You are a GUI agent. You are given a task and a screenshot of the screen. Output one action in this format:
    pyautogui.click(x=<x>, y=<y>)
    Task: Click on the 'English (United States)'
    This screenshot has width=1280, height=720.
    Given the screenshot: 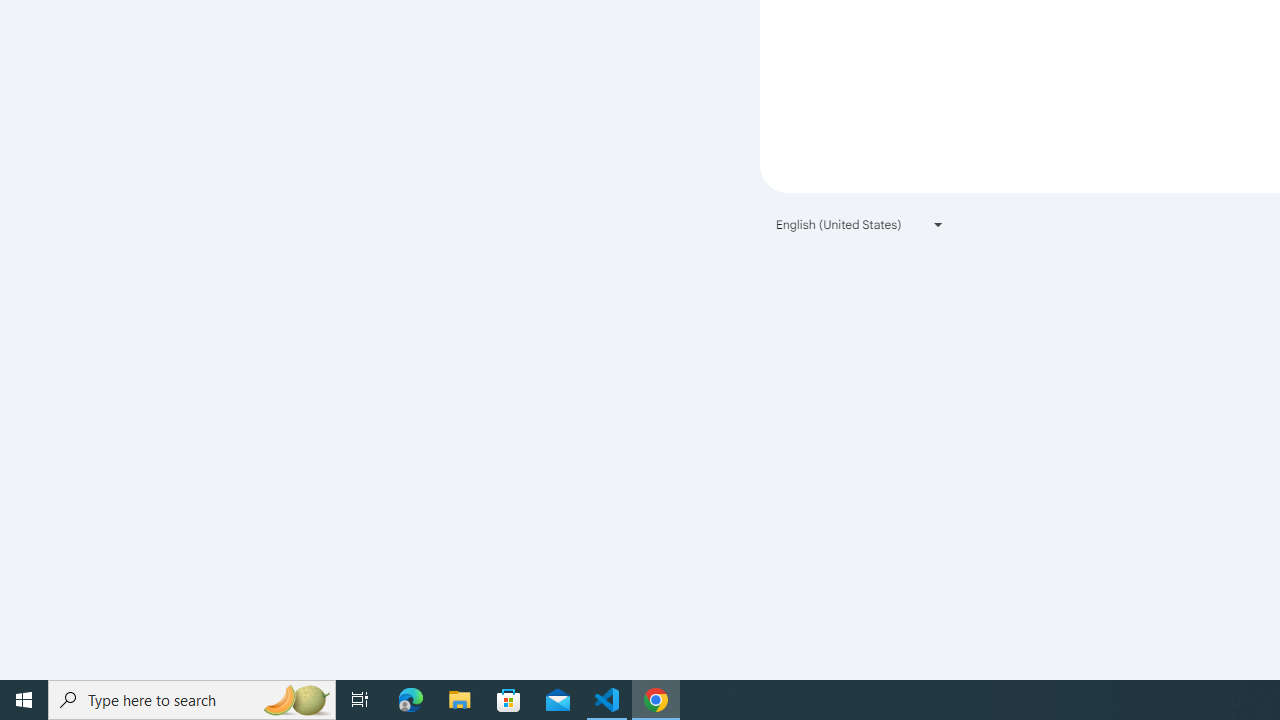 What is the action you would take?
    pyautogui.click(x=860, y=224)
    